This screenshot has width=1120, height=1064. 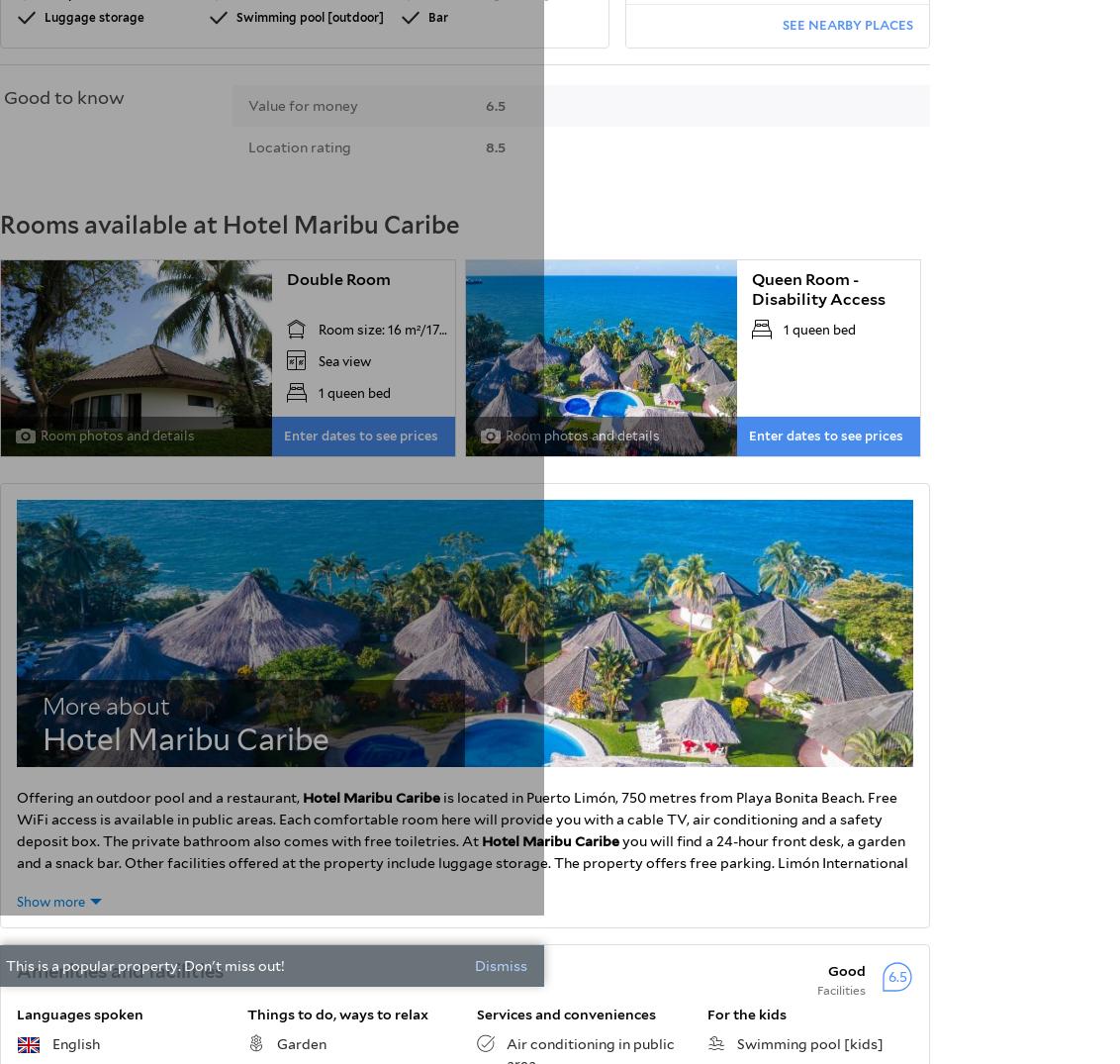 What do you see at coordinates (437, 15) in the screenshot?
I see `'Bar'` at bounding box center [437, 15].